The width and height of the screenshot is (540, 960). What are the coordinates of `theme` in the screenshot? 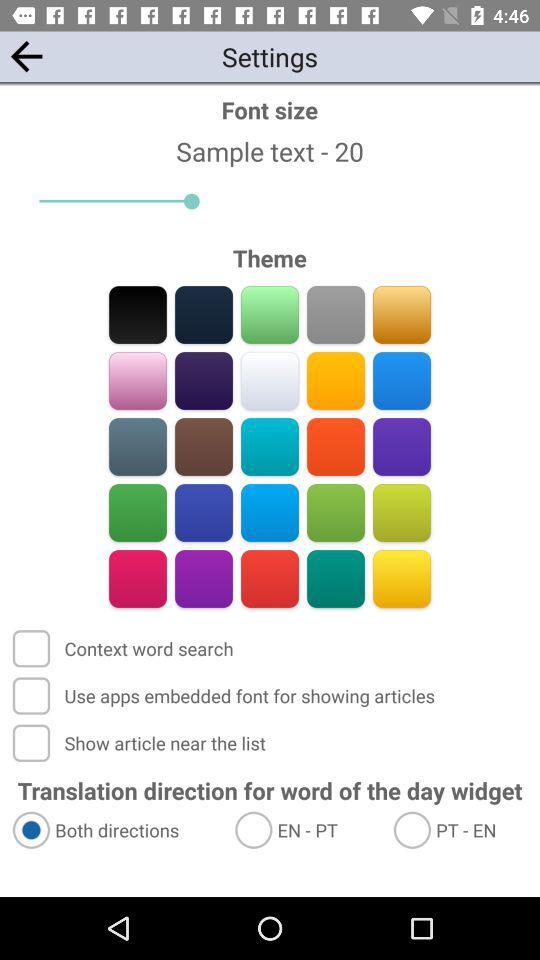 It's located at (203, 380).